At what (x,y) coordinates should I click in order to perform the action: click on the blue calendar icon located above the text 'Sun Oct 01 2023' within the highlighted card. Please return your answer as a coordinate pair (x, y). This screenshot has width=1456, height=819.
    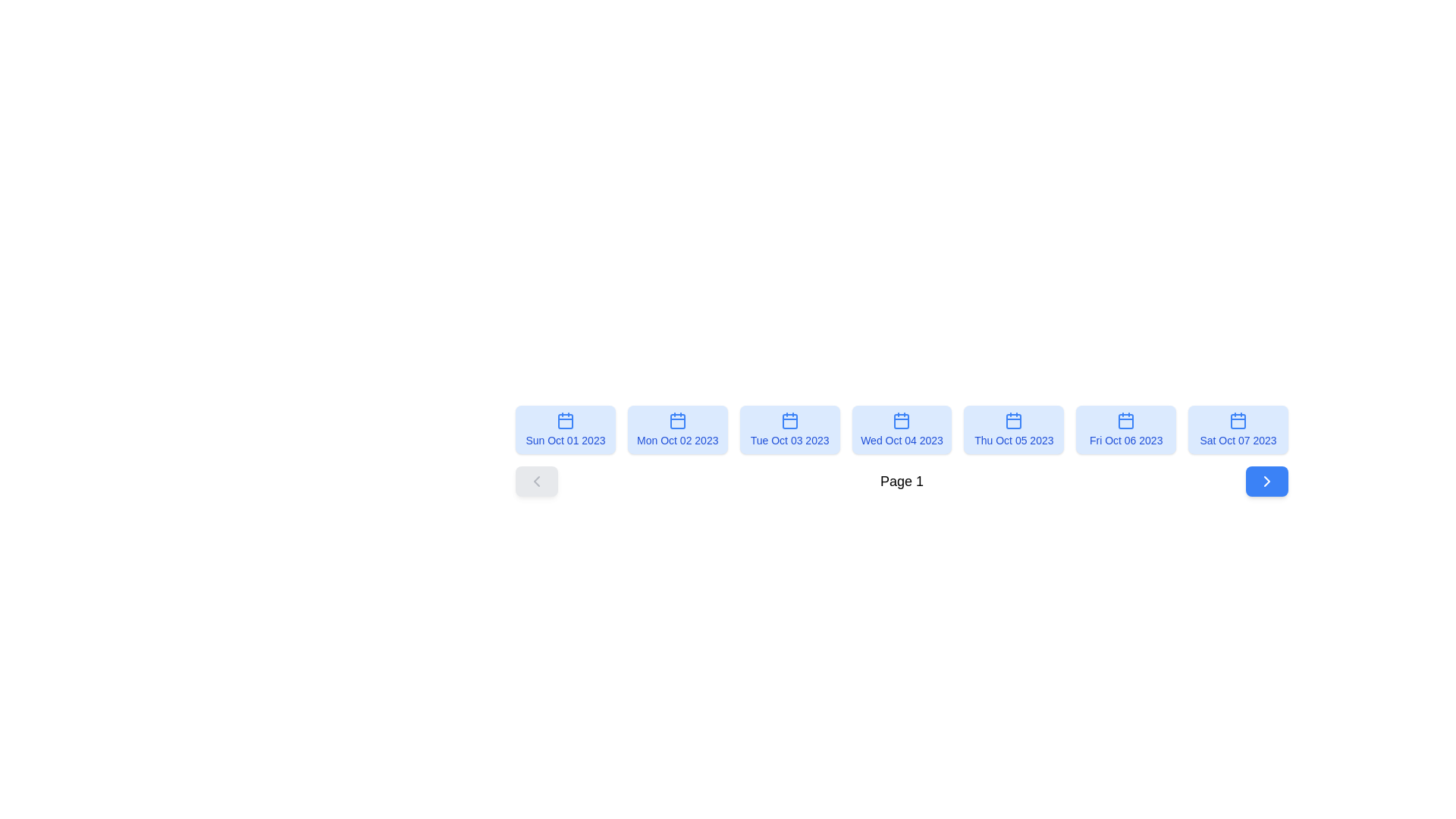
    Looking at the image, I should click on (564, 421).